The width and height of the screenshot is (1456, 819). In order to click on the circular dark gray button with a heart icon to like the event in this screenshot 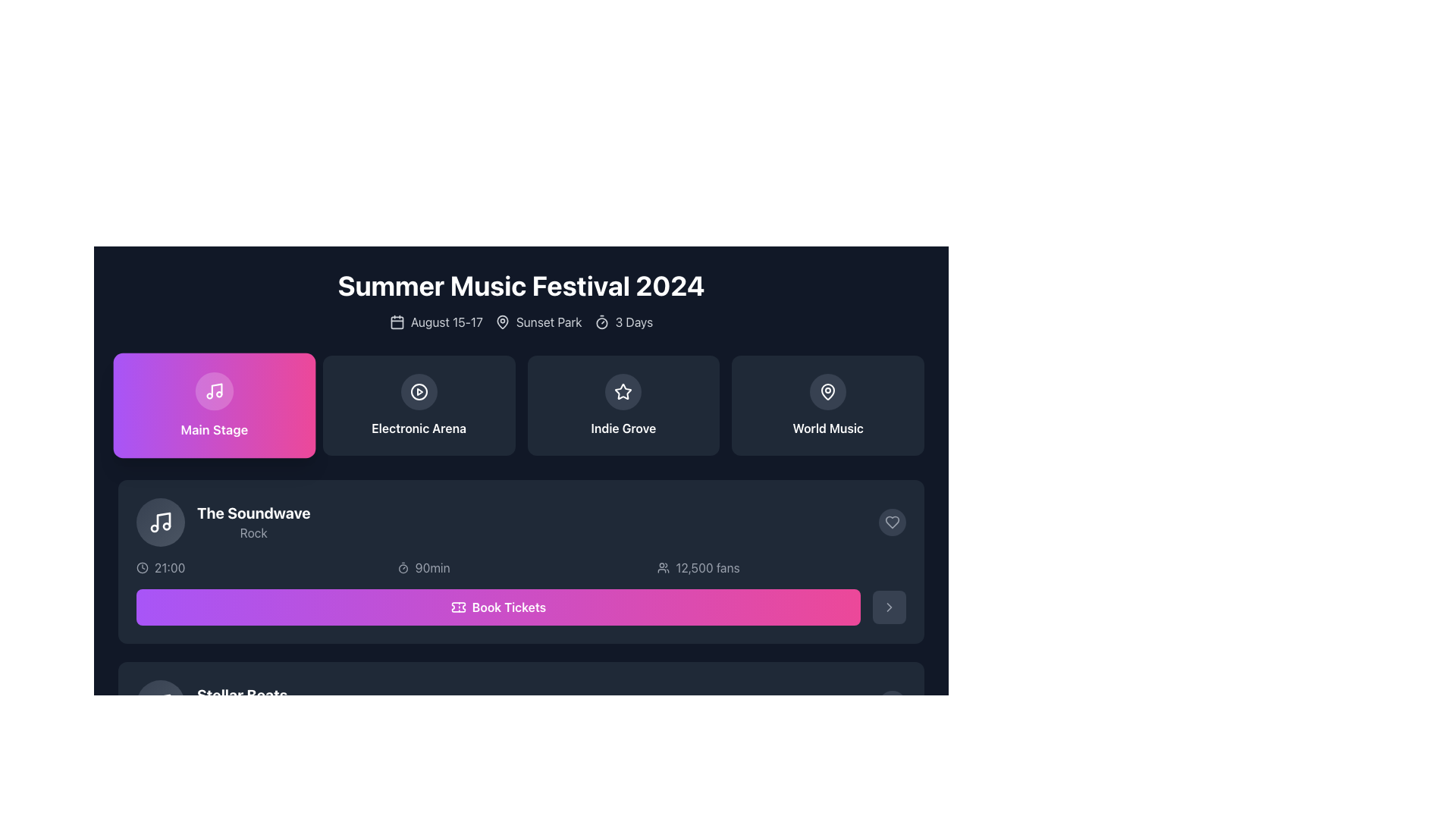, I will do `click(892, 522)`.